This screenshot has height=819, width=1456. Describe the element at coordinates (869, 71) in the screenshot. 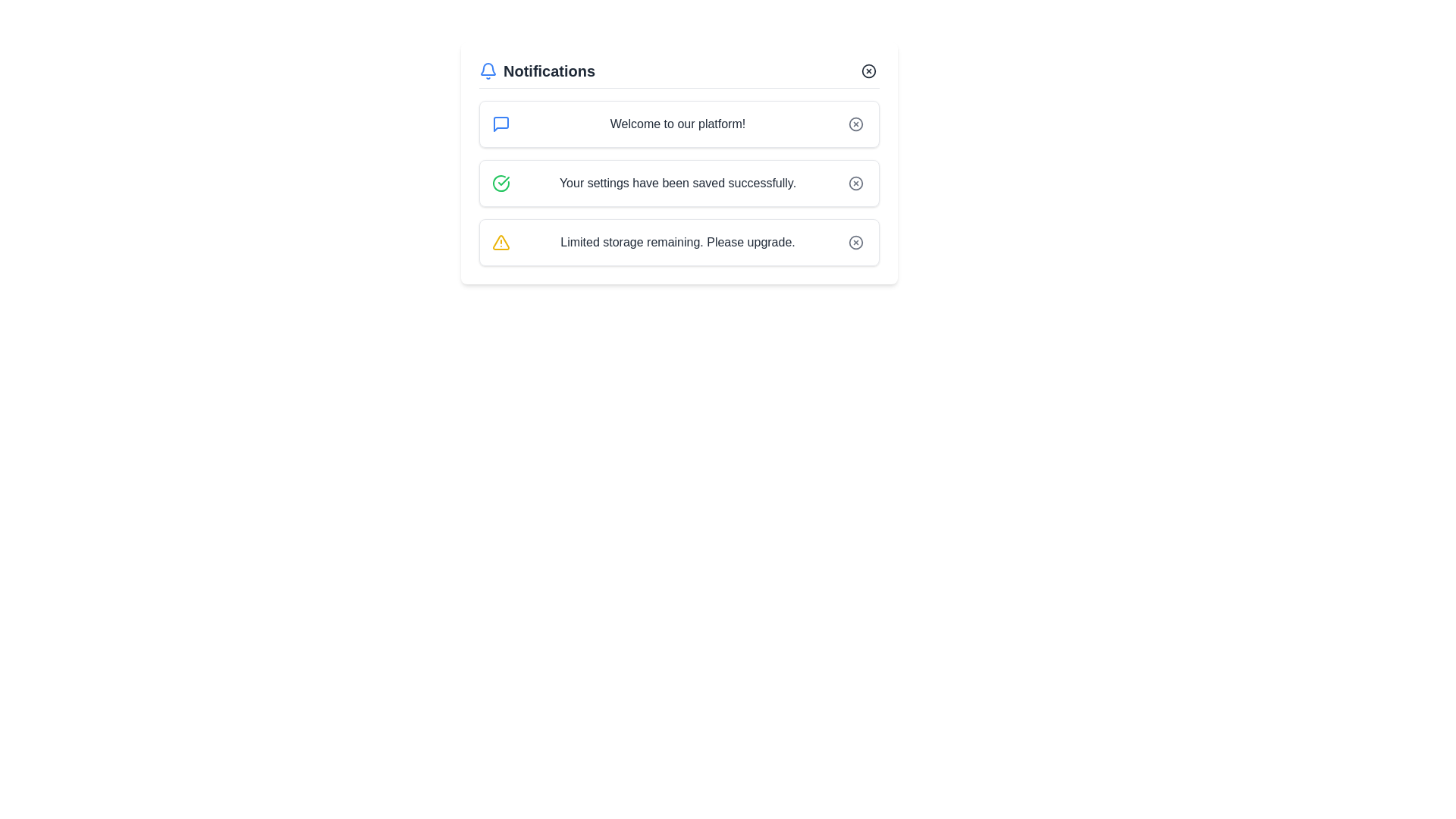

I see `the small circular button with a cross (X) icon` at that location.